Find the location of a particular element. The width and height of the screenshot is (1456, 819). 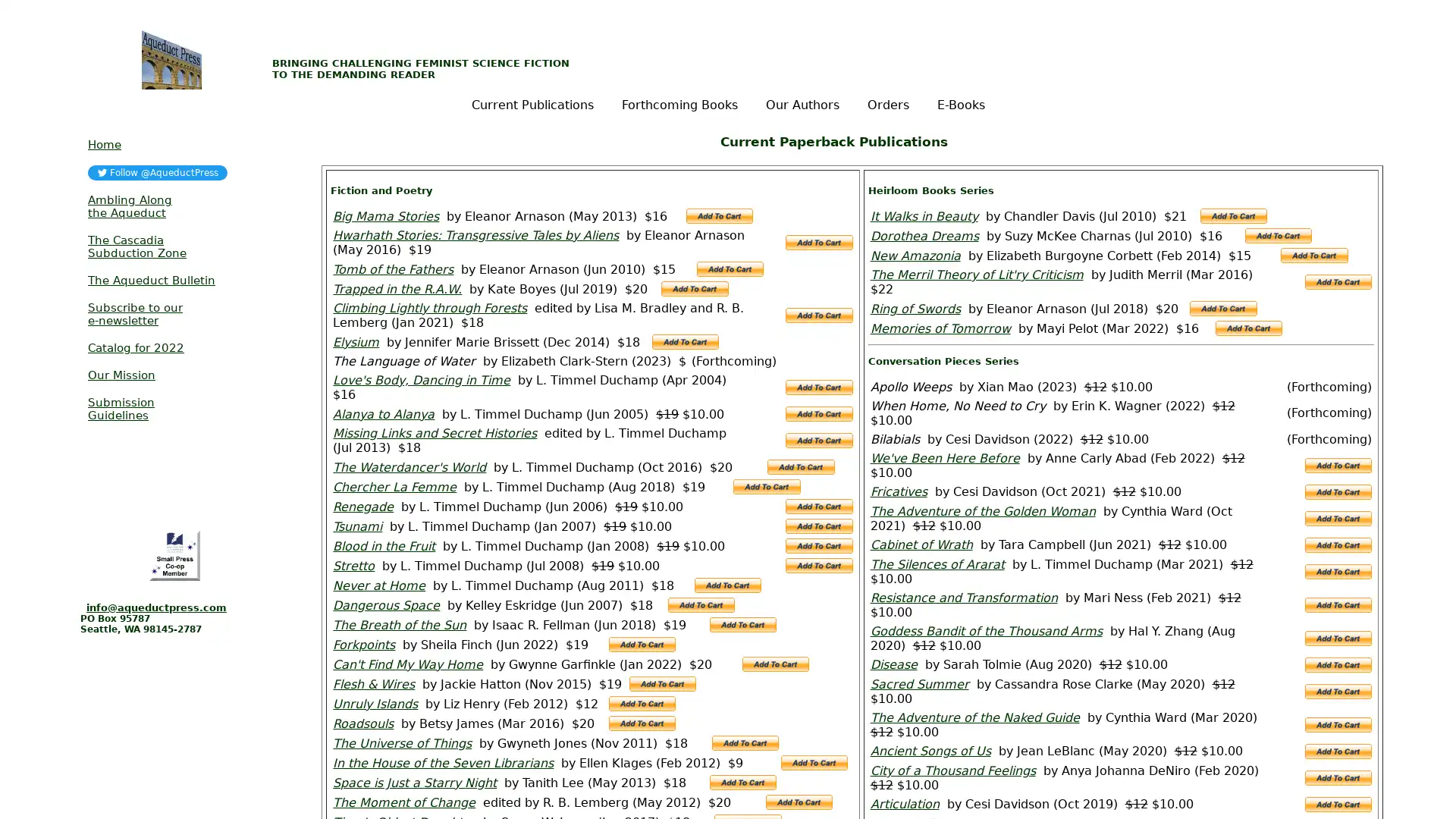

Make payments with PayPal - it\'s fast, free and secure! is located at coordinates (1338, 604).